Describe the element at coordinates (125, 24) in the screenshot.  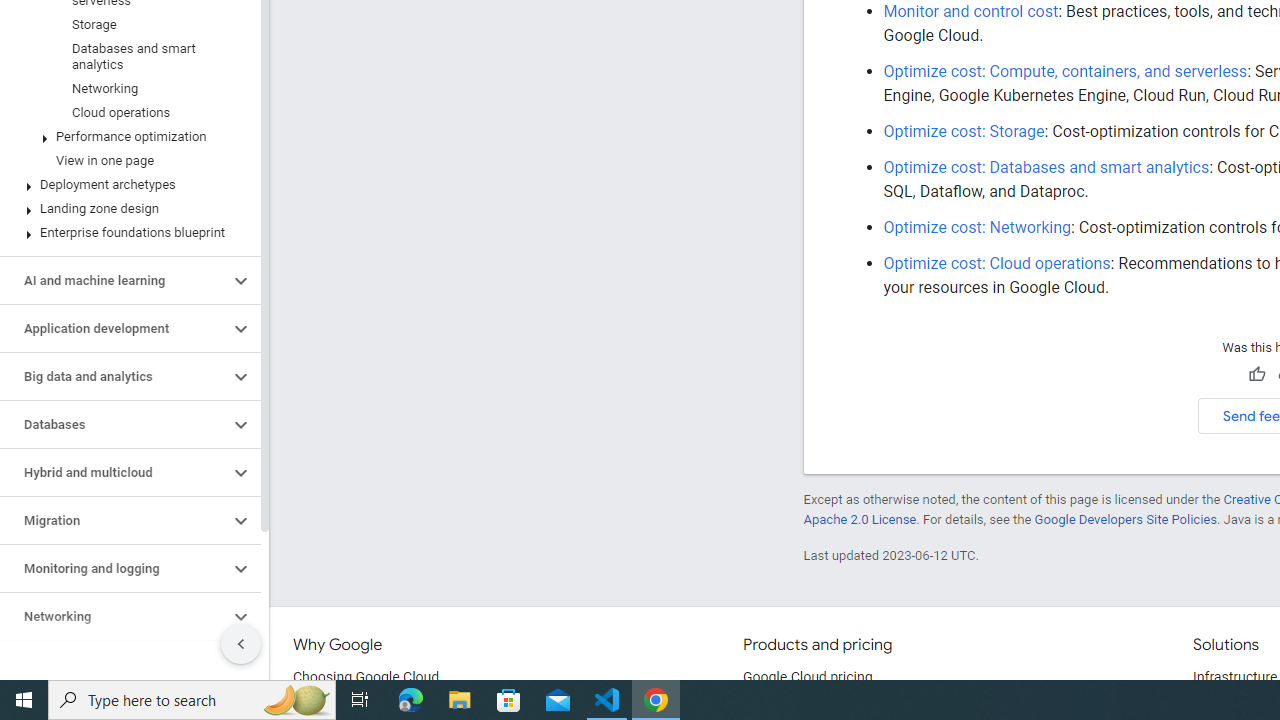
I see `'Storage'` at that location.